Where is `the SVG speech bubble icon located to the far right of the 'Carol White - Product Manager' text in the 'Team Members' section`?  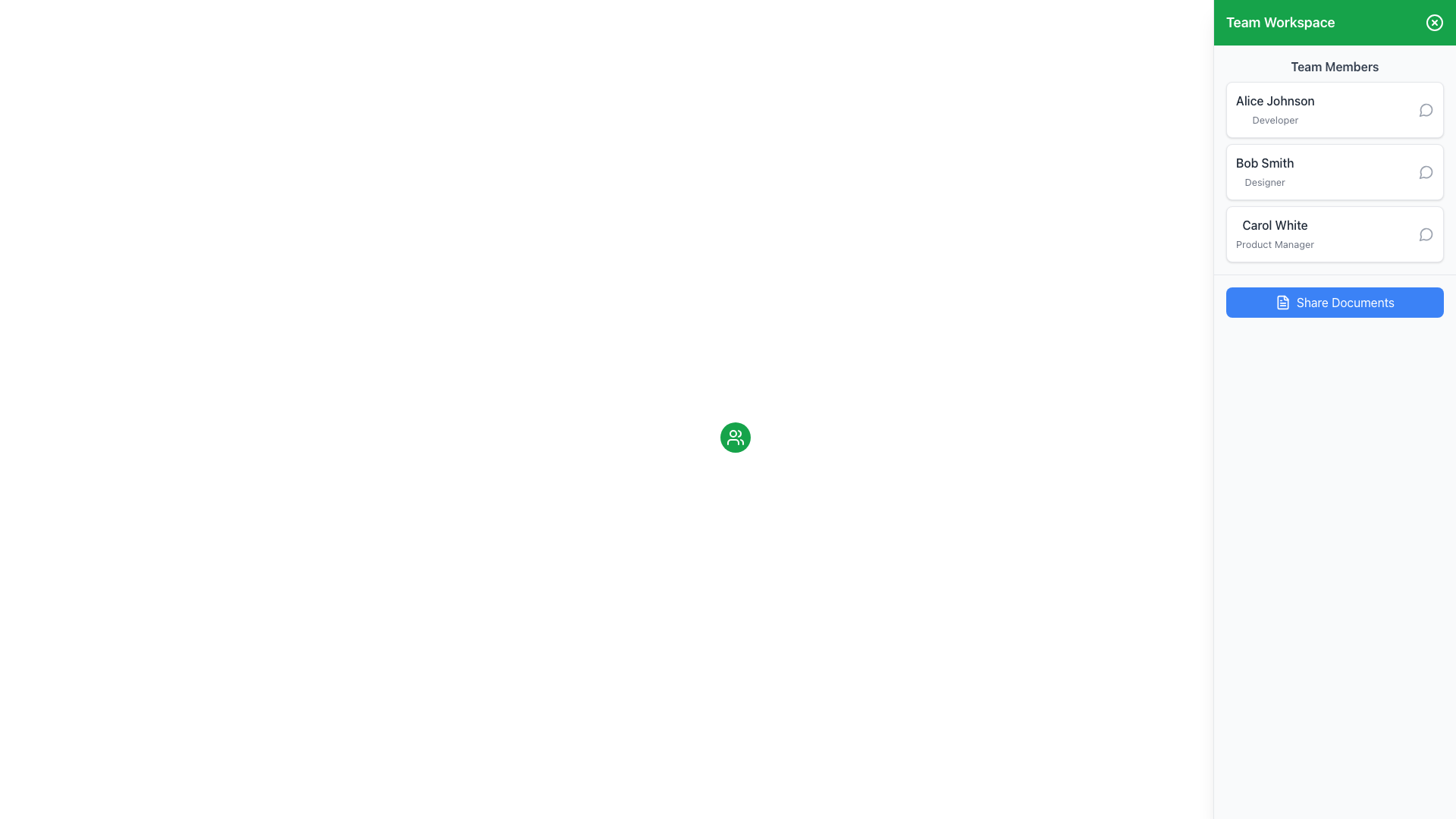
the SVG speech bubble icon located to the far right of the 'Carol White - Product Manager' text in the 'Team Members' section is located at coordinates (1425, 234).